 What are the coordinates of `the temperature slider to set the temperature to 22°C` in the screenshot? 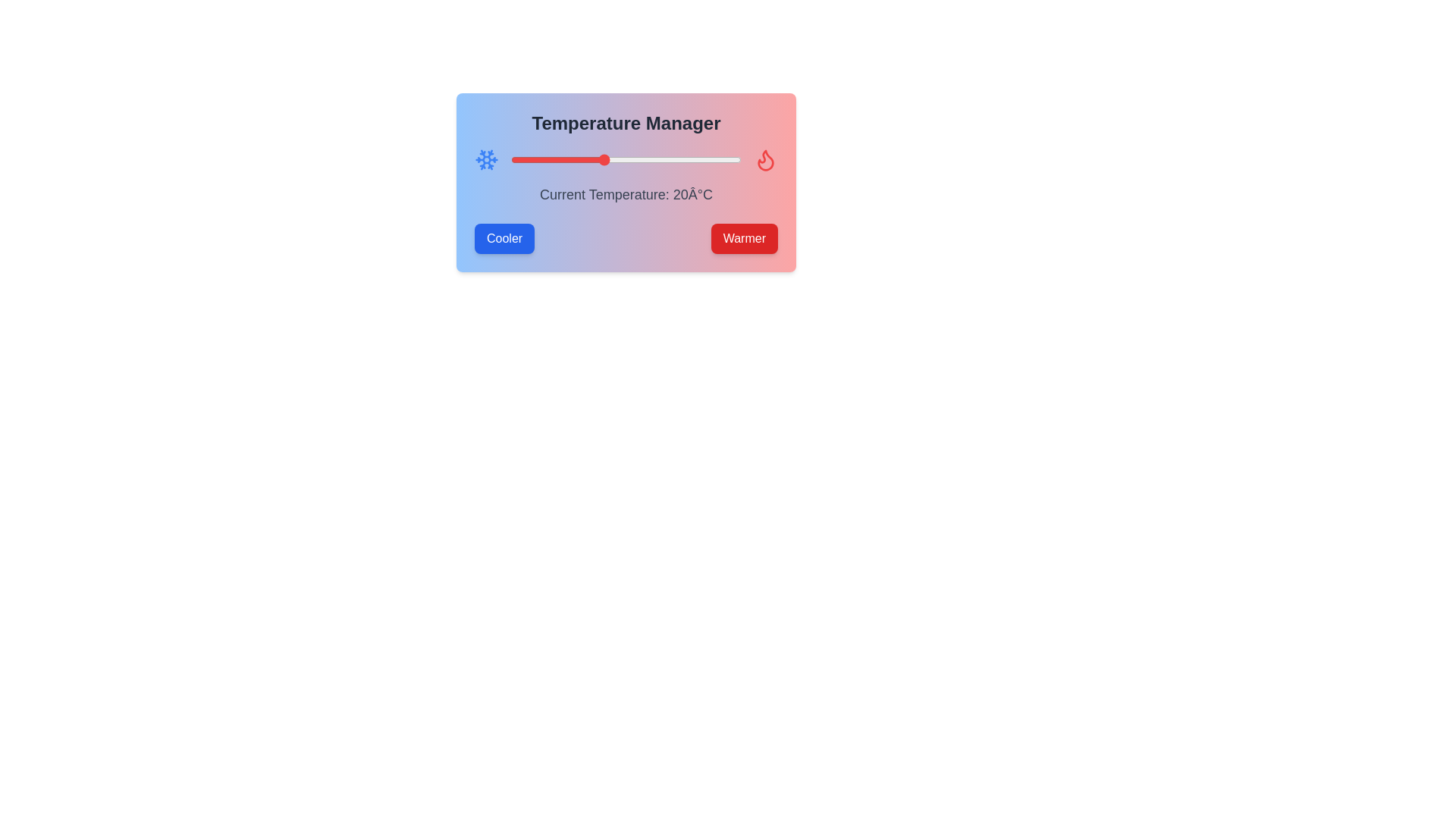 It's located at (612, 160).